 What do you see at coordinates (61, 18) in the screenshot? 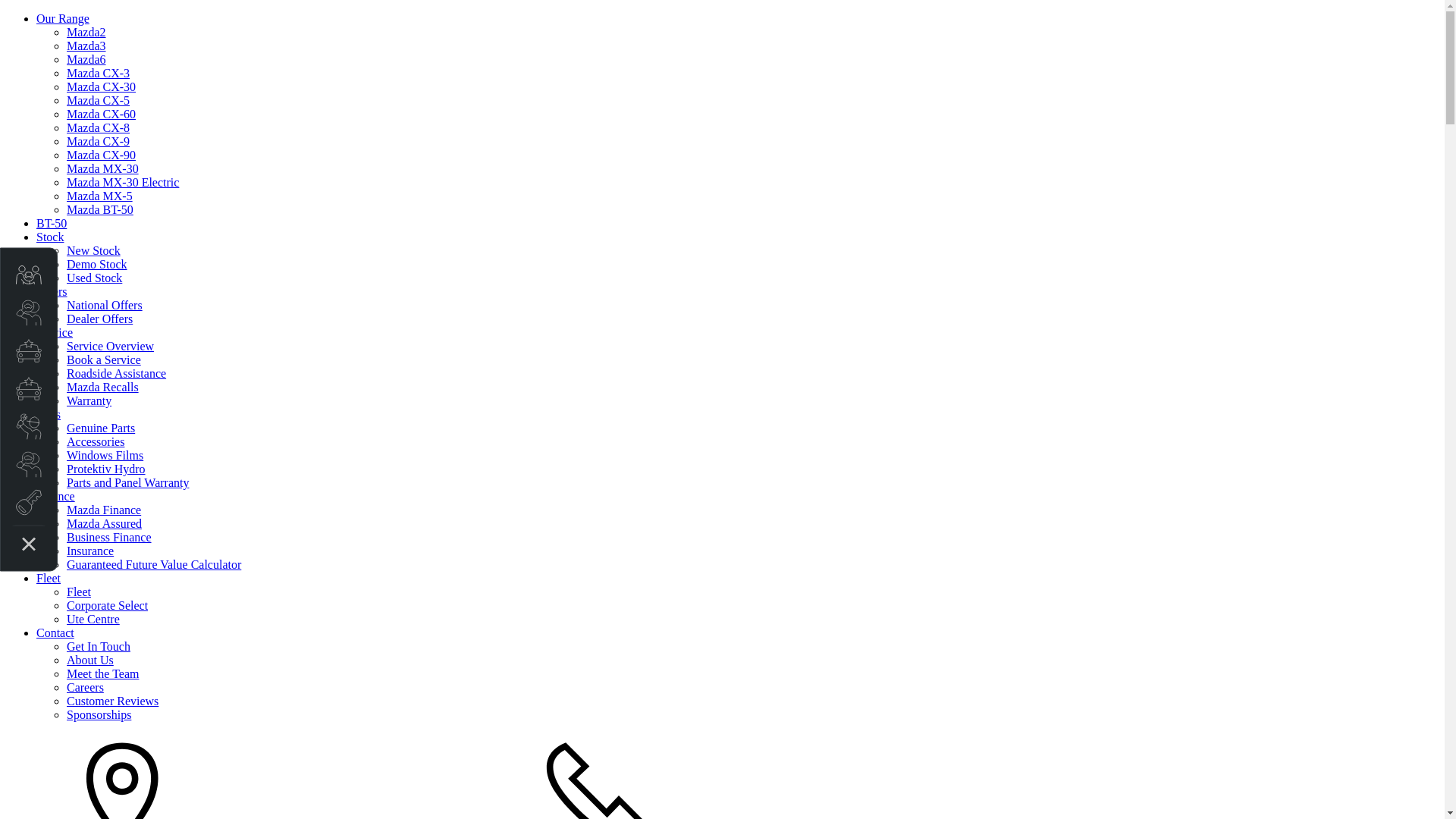
I see `'Our Range'` at bounding box center [61, 18].